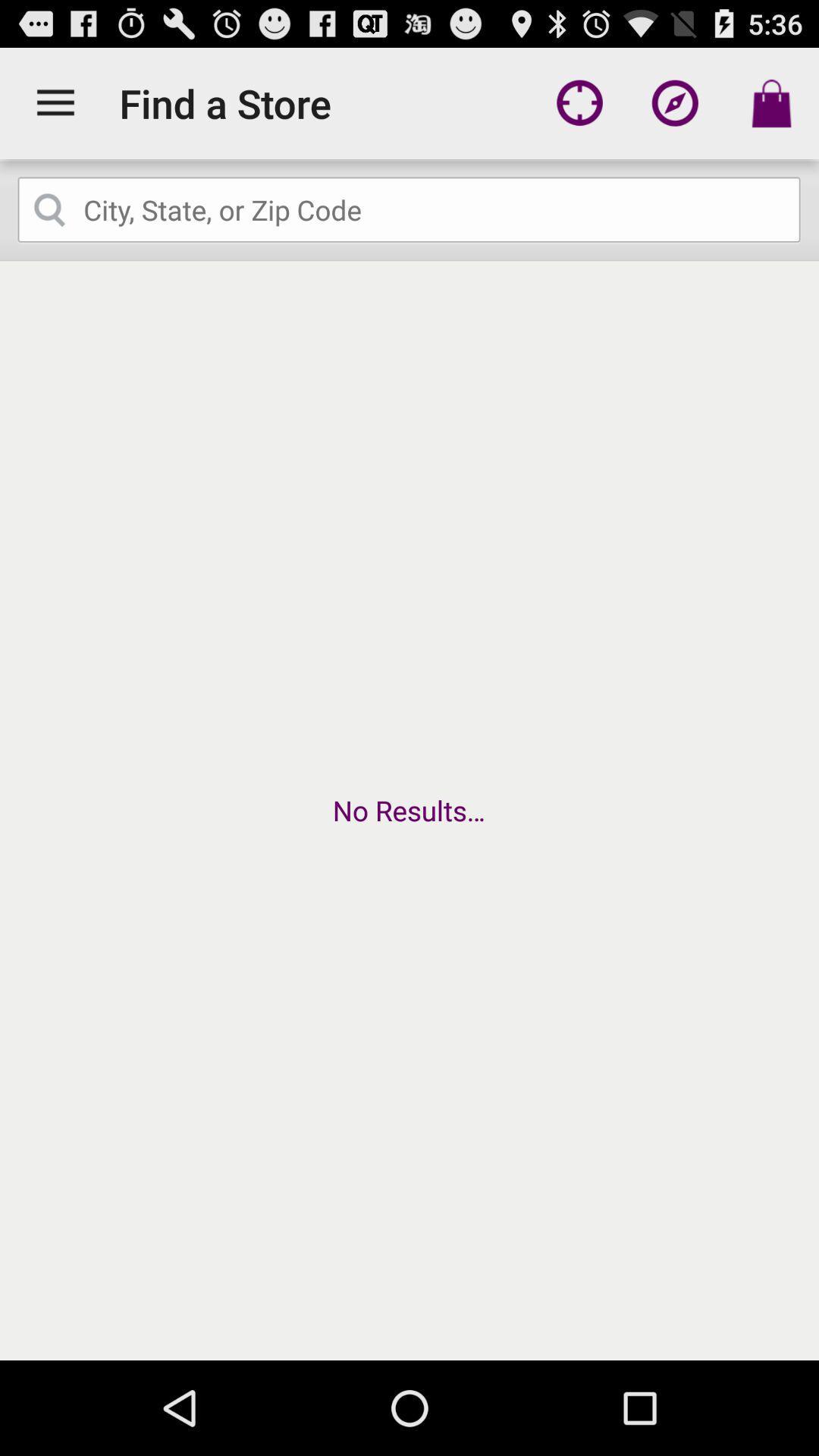 The image size is (819, 1456). What do you see at coordinates (409, 209) in the screenshot?
I see `your city and state or zip code` at bounding box center [409, 209].